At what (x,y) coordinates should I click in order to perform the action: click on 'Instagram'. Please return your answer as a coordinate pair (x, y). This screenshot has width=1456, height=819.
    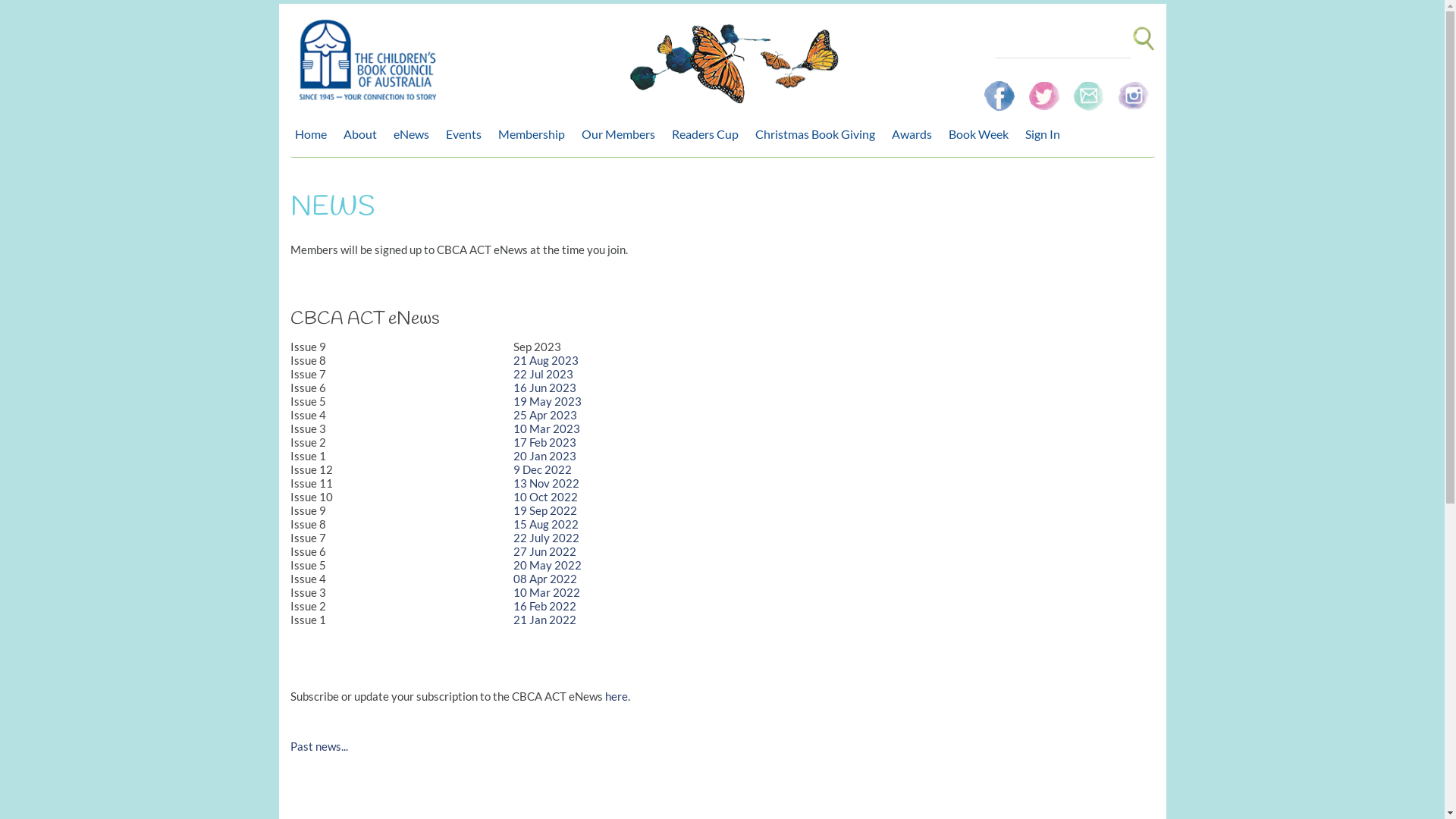
    Looking at the image, I should click on (1132, 89).